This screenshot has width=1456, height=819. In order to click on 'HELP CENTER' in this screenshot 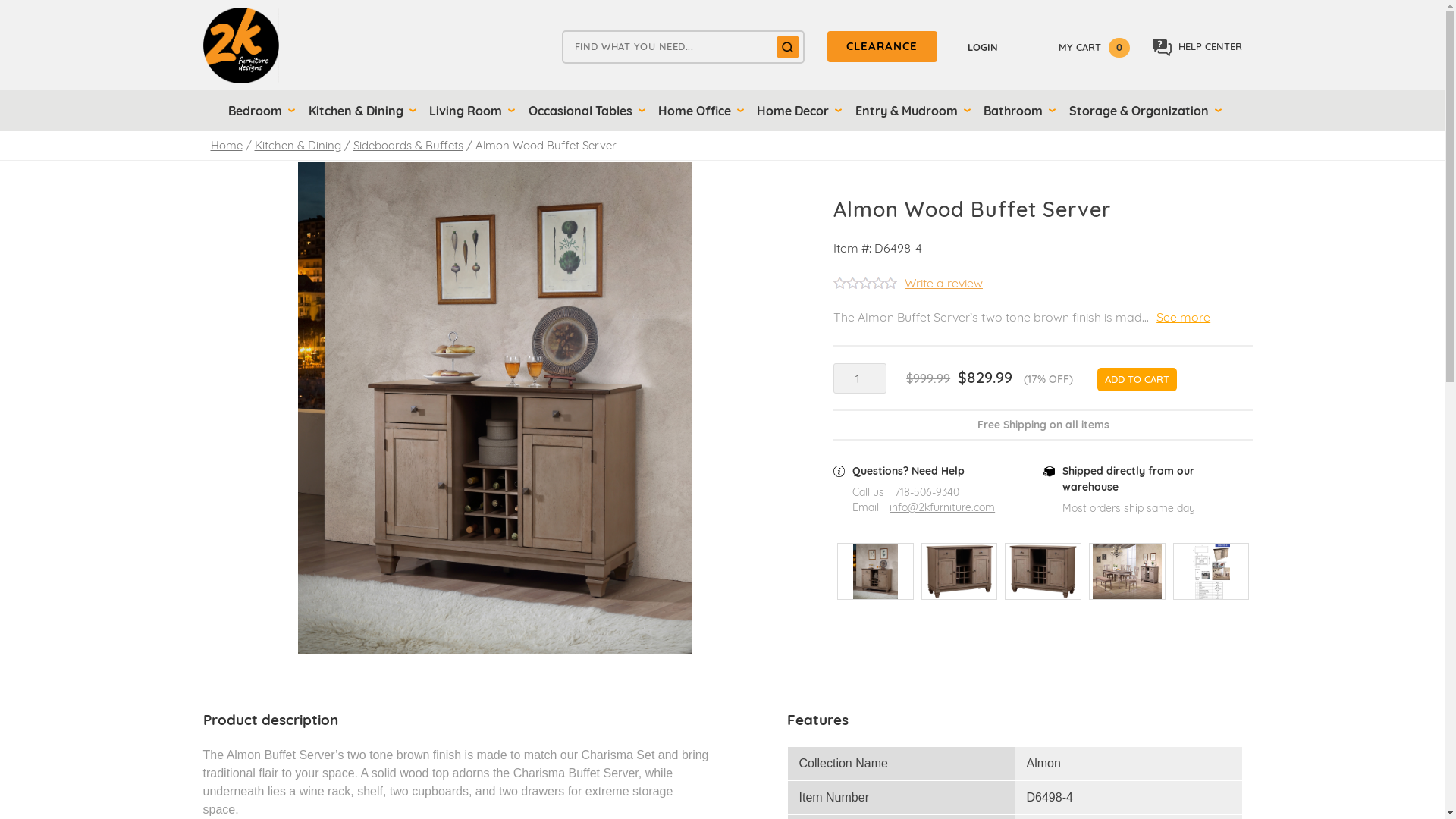, I will do `click(1197, 46)`.